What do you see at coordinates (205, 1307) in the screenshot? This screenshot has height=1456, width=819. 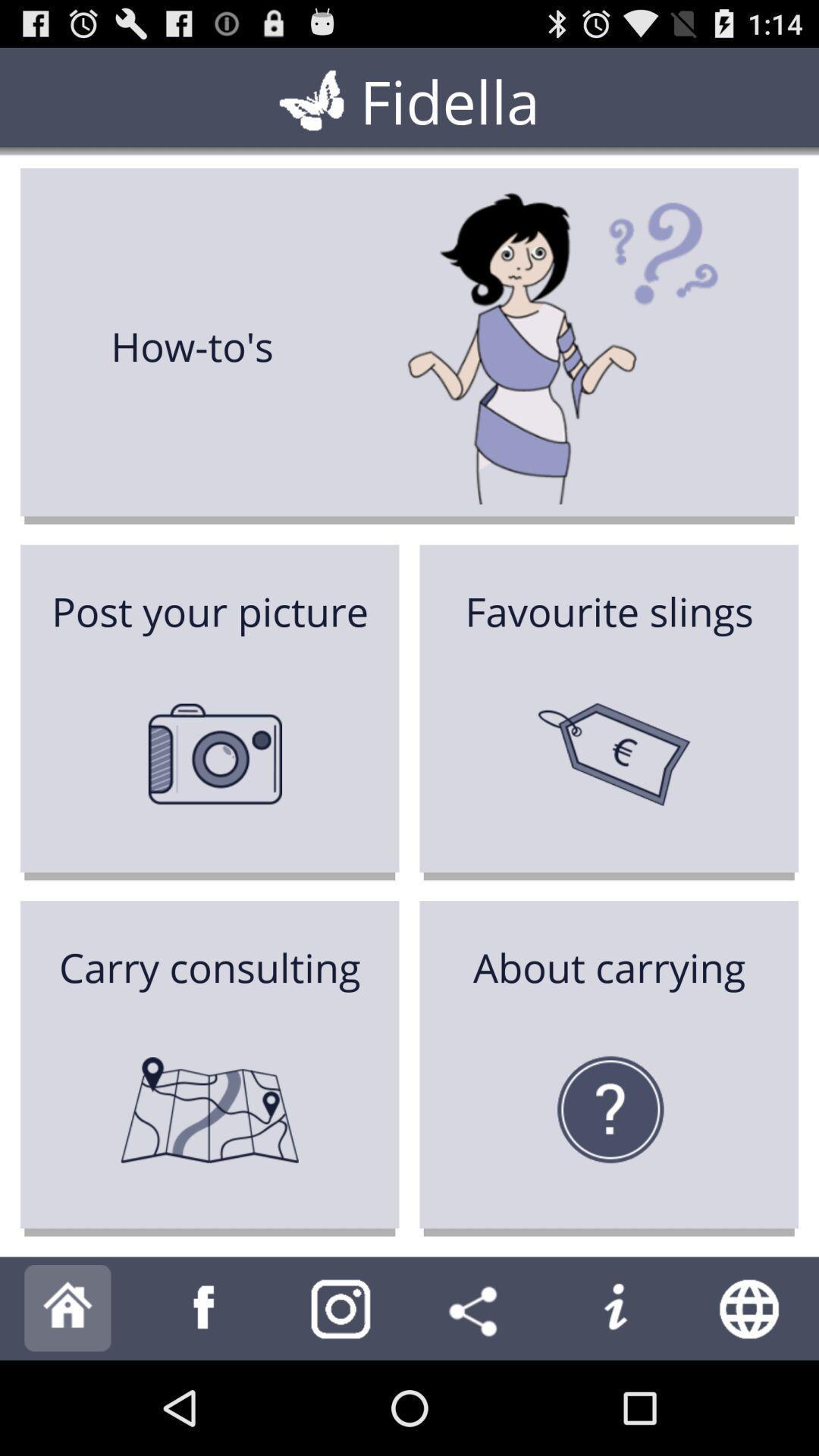 I see `previous` at bounding box center [205, 1307].